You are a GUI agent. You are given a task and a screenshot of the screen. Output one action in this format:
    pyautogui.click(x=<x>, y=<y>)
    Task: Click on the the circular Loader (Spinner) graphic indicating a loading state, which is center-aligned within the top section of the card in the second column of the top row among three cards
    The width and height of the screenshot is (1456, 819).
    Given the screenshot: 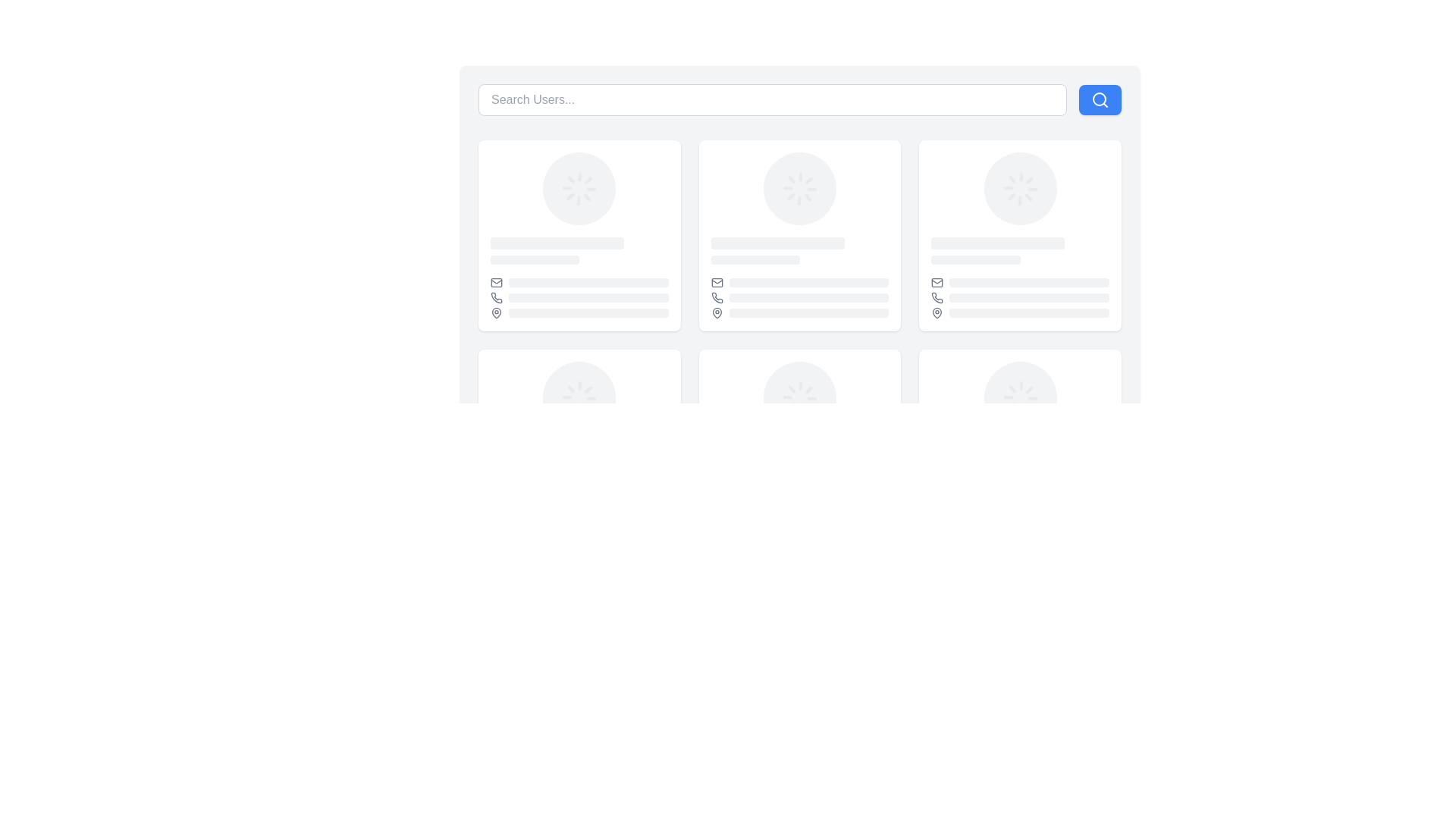 What is the action you would take?
    pyautogui.click(x=799, y=188)
    